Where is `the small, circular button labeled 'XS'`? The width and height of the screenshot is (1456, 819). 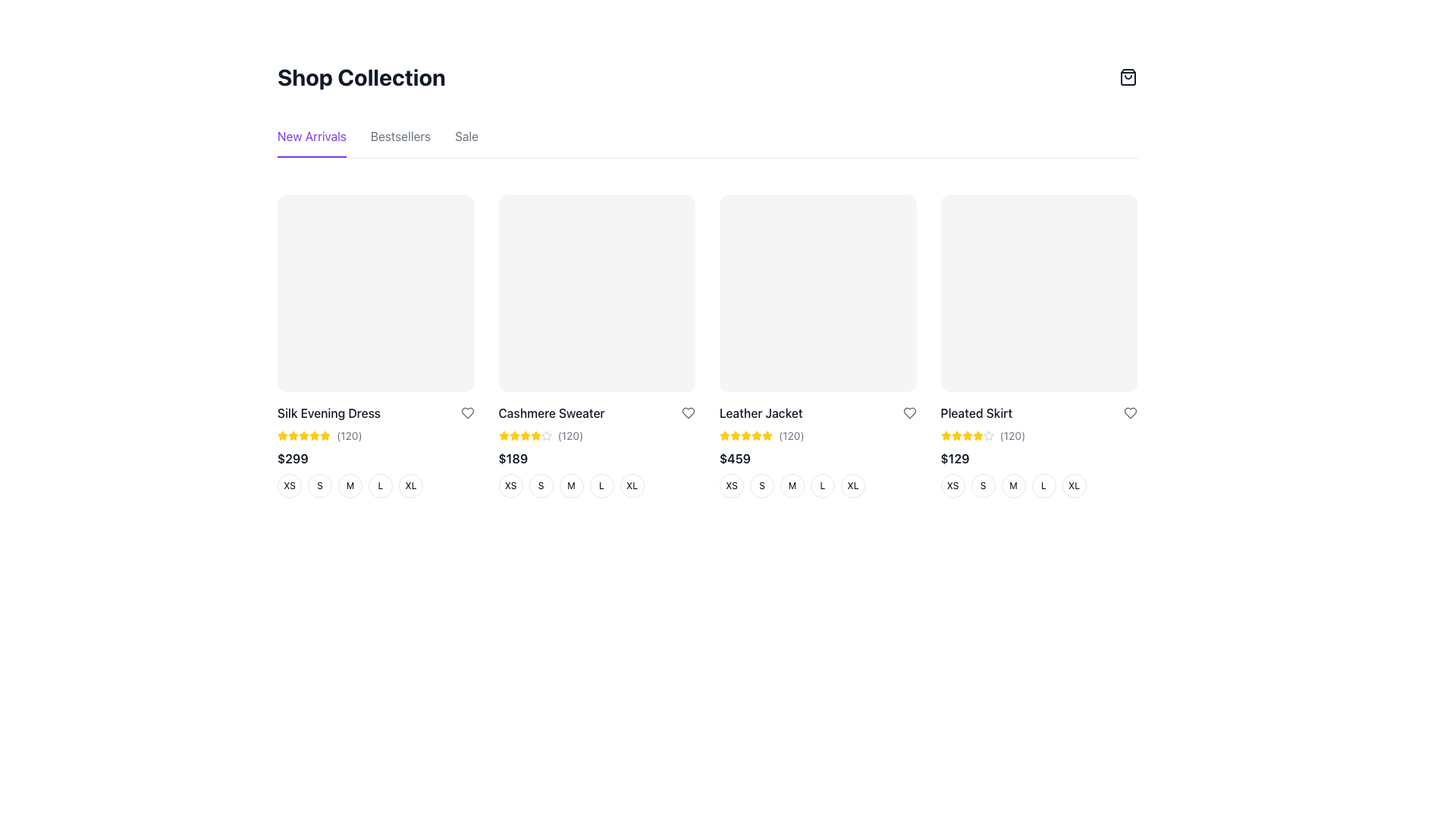
the small, circular button labeled 'XS' is located at coordinates (290, 485).